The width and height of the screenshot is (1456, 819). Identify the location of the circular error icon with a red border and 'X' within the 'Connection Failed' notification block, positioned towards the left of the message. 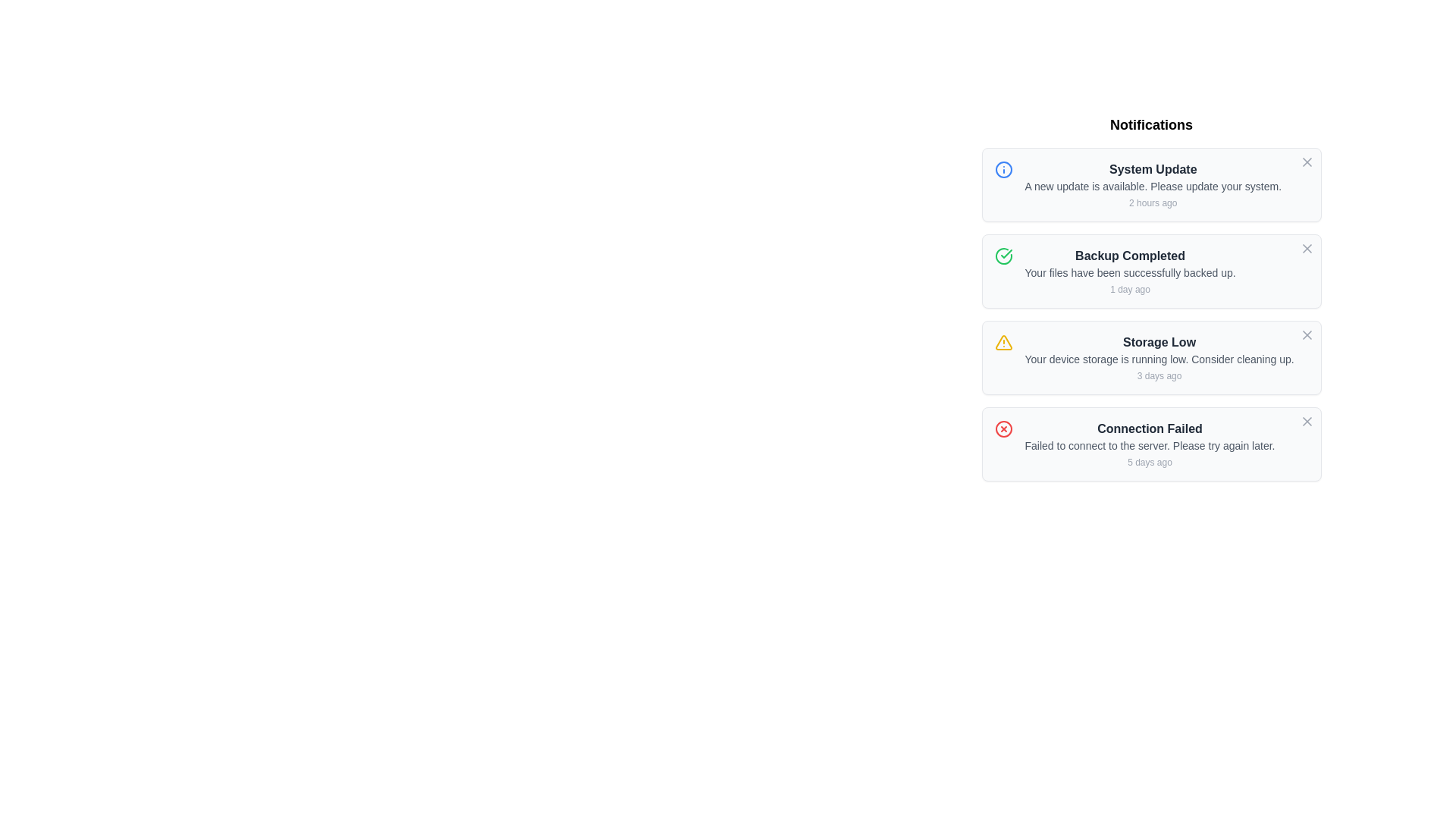
(1003, 429).